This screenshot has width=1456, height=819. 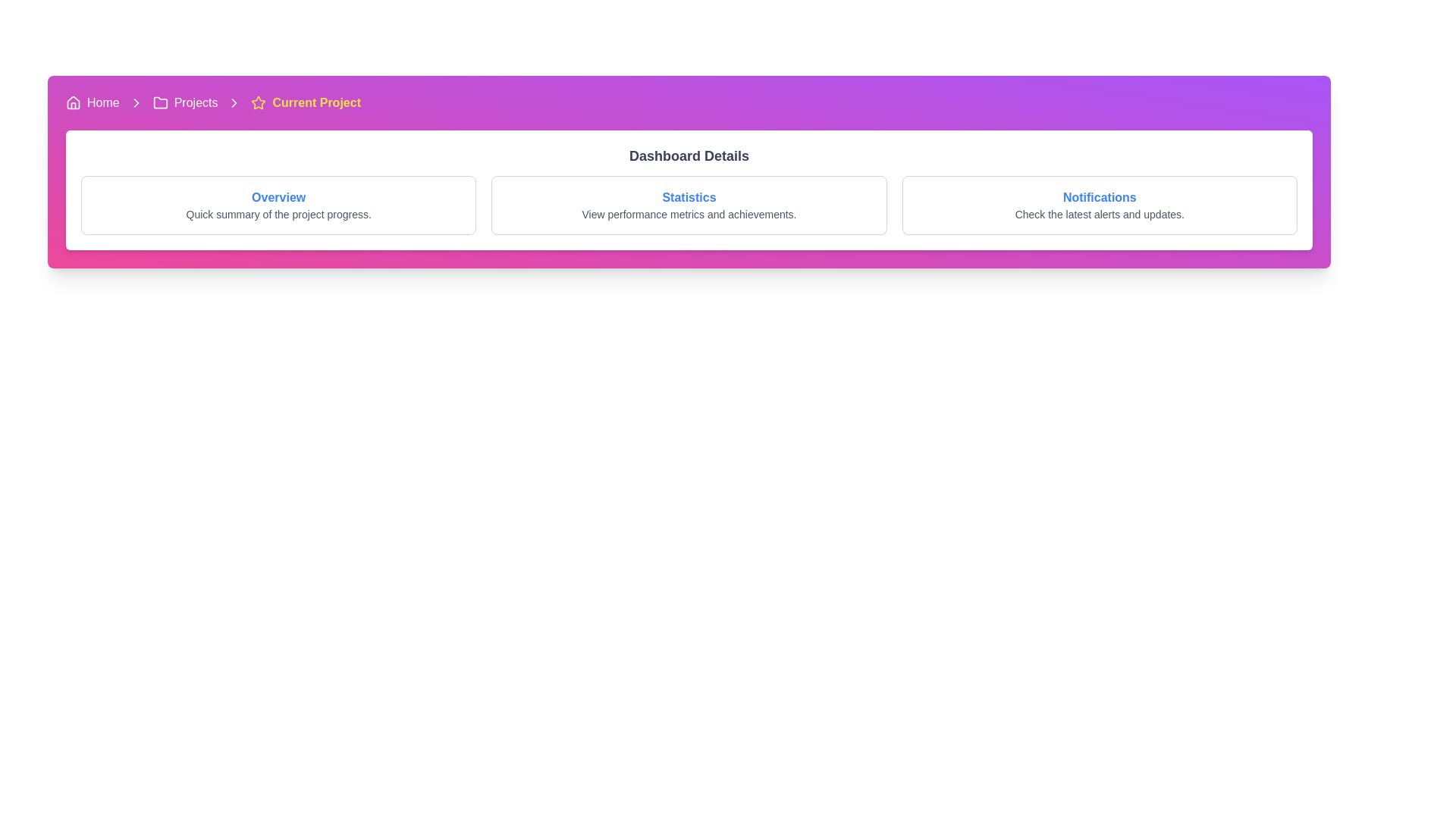 I want to click on the 'Home' text link in the breadcrumb navigation bar, so click(x=102, y=102).